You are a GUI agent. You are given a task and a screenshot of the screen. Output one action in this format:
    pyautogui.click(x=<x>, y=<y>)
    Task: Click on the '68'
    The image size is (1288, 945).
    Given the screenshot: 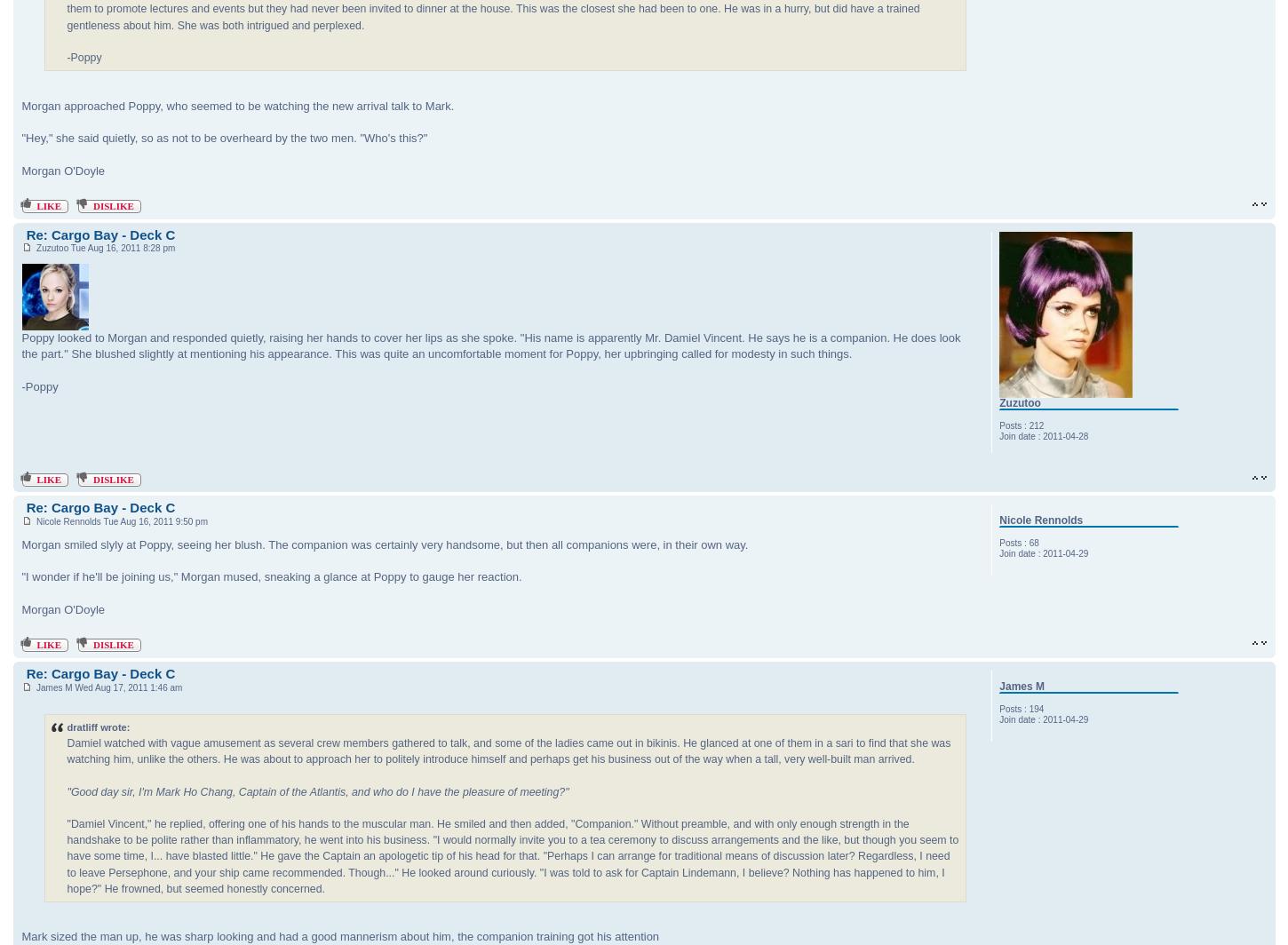 What is the action you would take?
    pyautogui.click(x=1032, y=543)
    